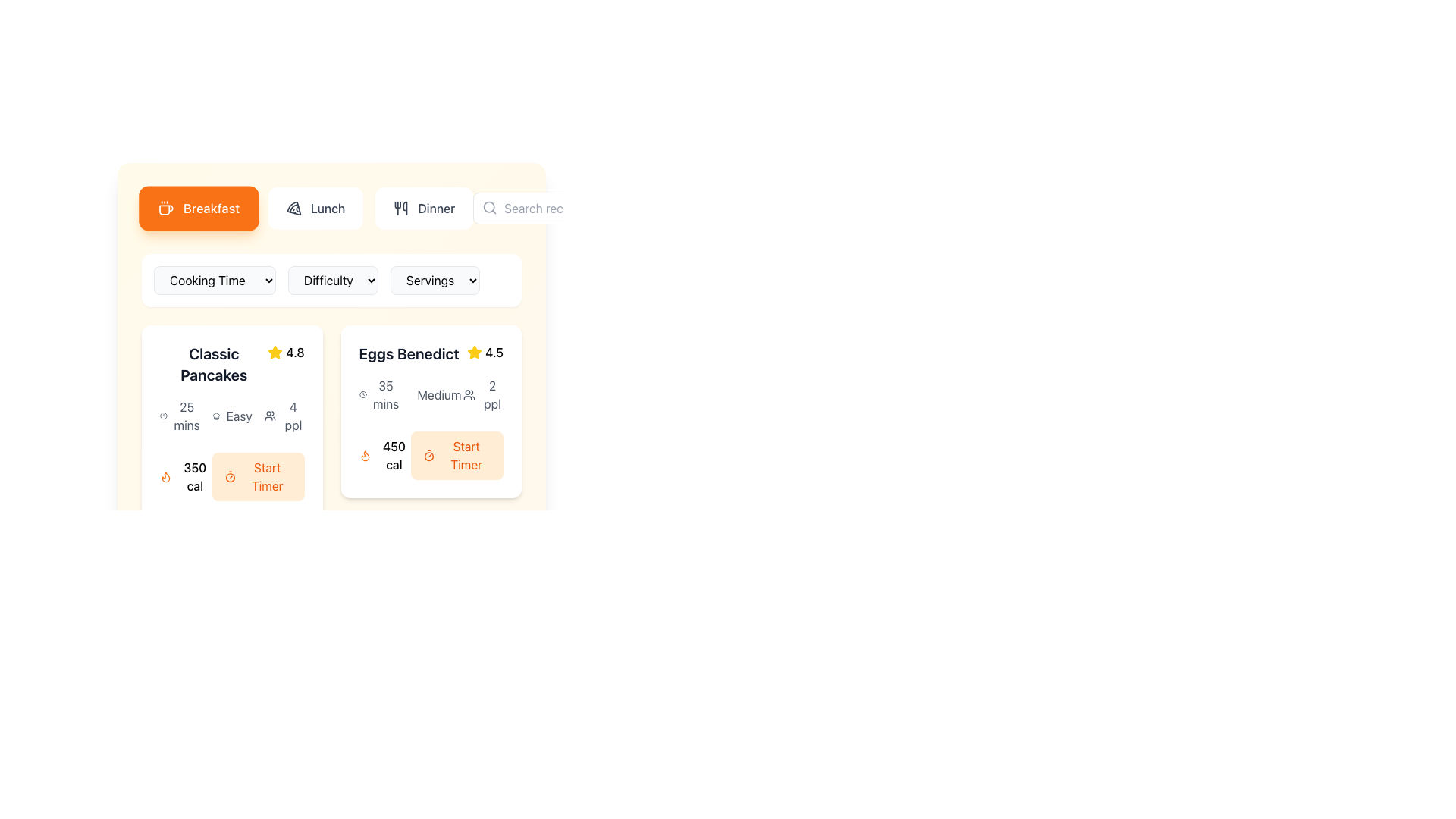 This screenshot has width=1456, height=819. Describe the element at coordinates (332, 281) in the screenshot. I see `the 'Difficulty' dropdown menu, which is styled as a button with rounded corners and a light gray background` at that location.